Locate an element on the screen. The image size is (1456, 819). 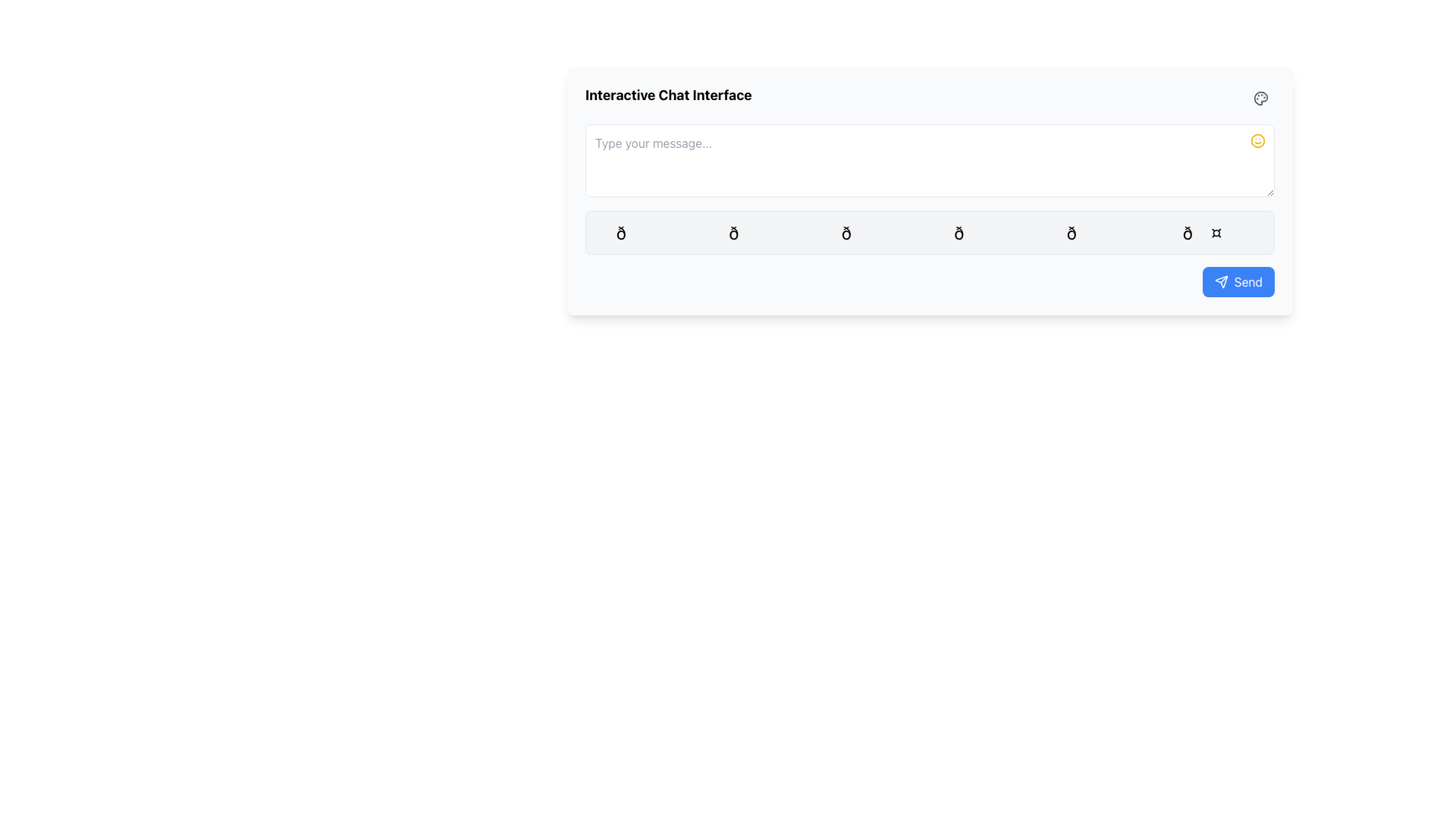
the circular icon button with a palette design located in the top-right corner of the 'Interactive Chat Interface' section is located at coordinates (1260, 99).